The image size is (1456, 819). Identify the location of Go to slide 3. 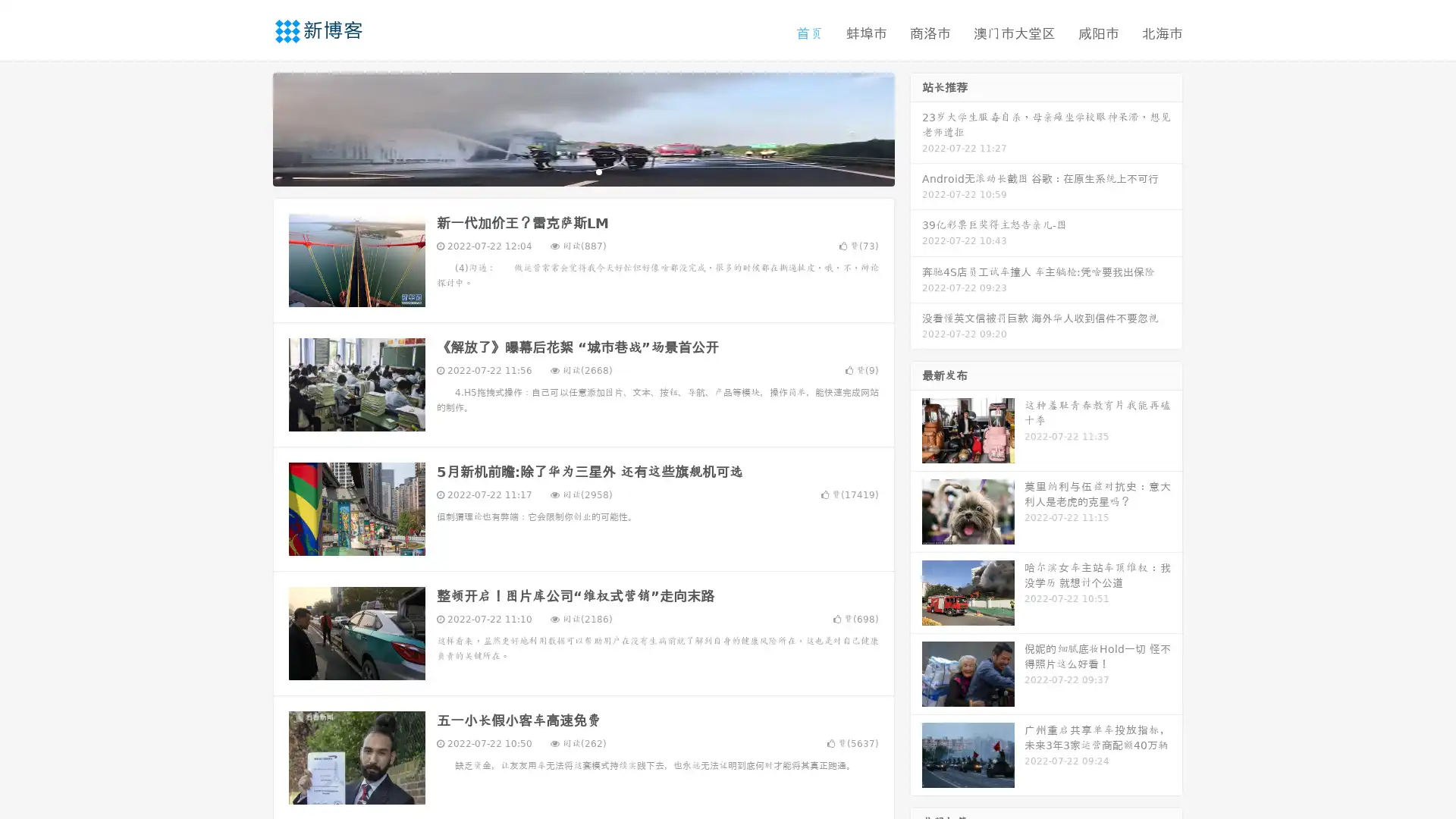
(598, 171).